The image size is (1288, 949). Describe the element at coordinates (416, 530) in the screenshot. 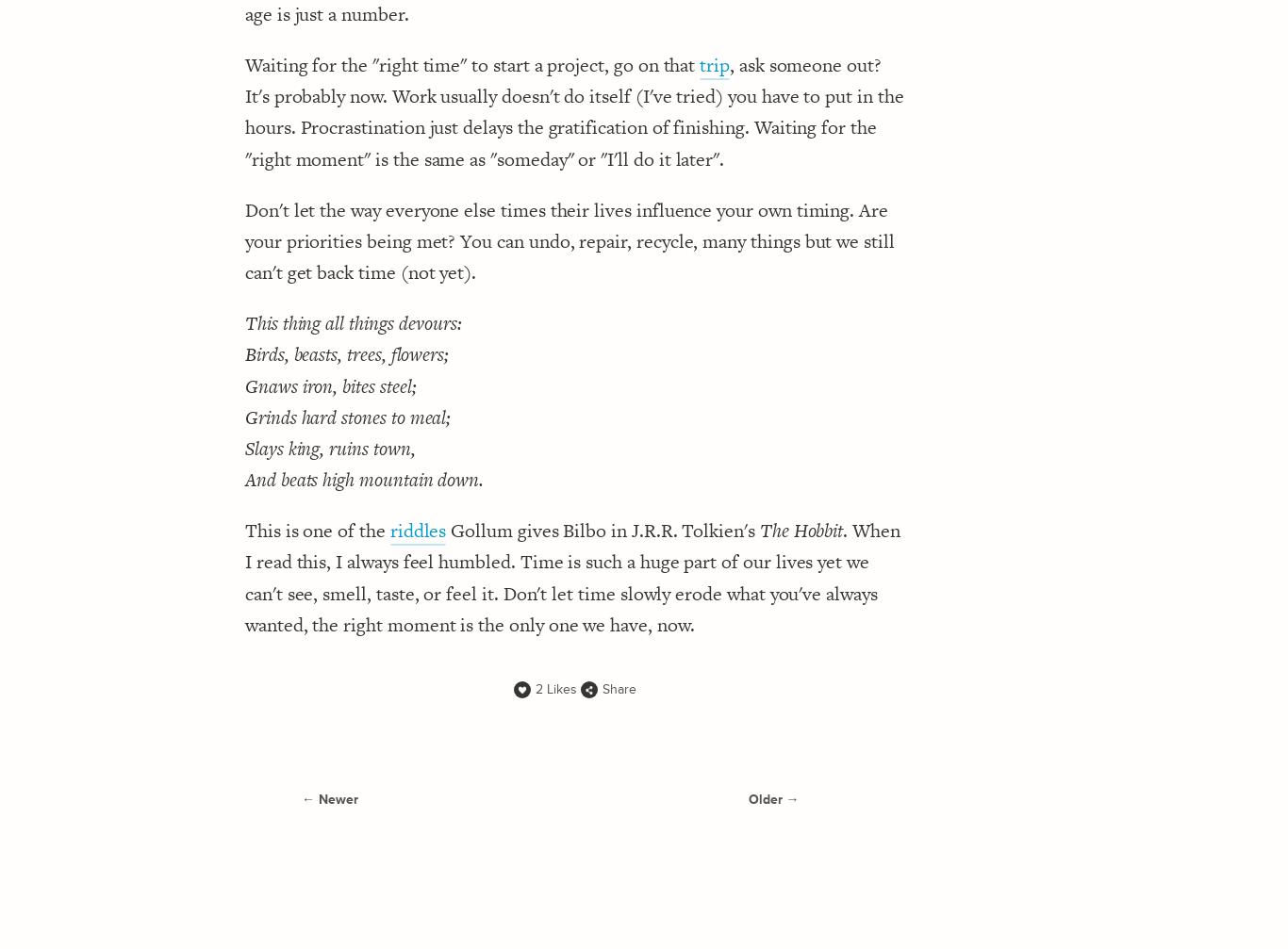

I see `'riddles'` at that location.